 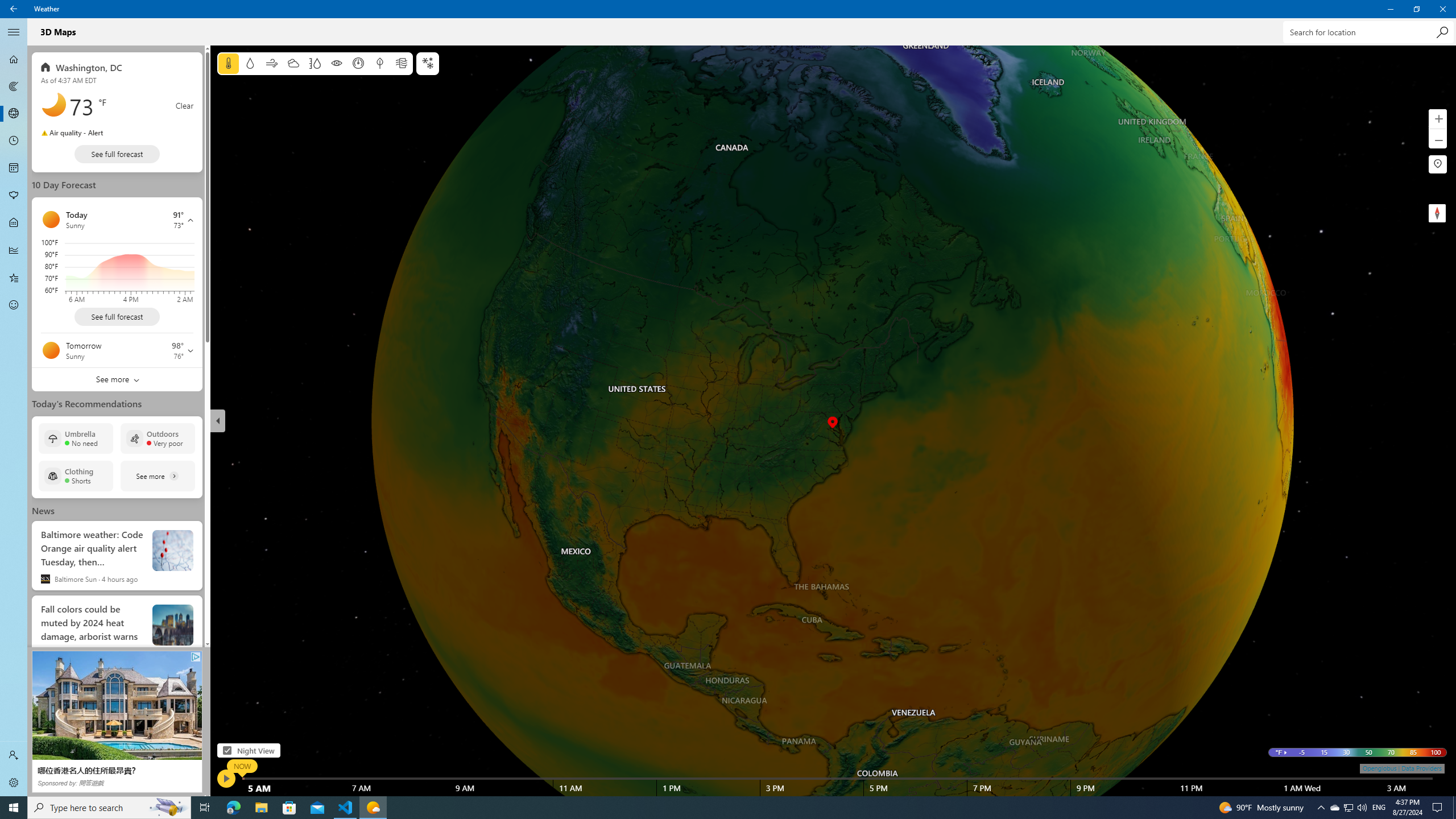 What do you see at coordinates (14, 249) in the screenshot?
I see `'Historical Weather - Not Selected'` at bounding box center [14, 249].